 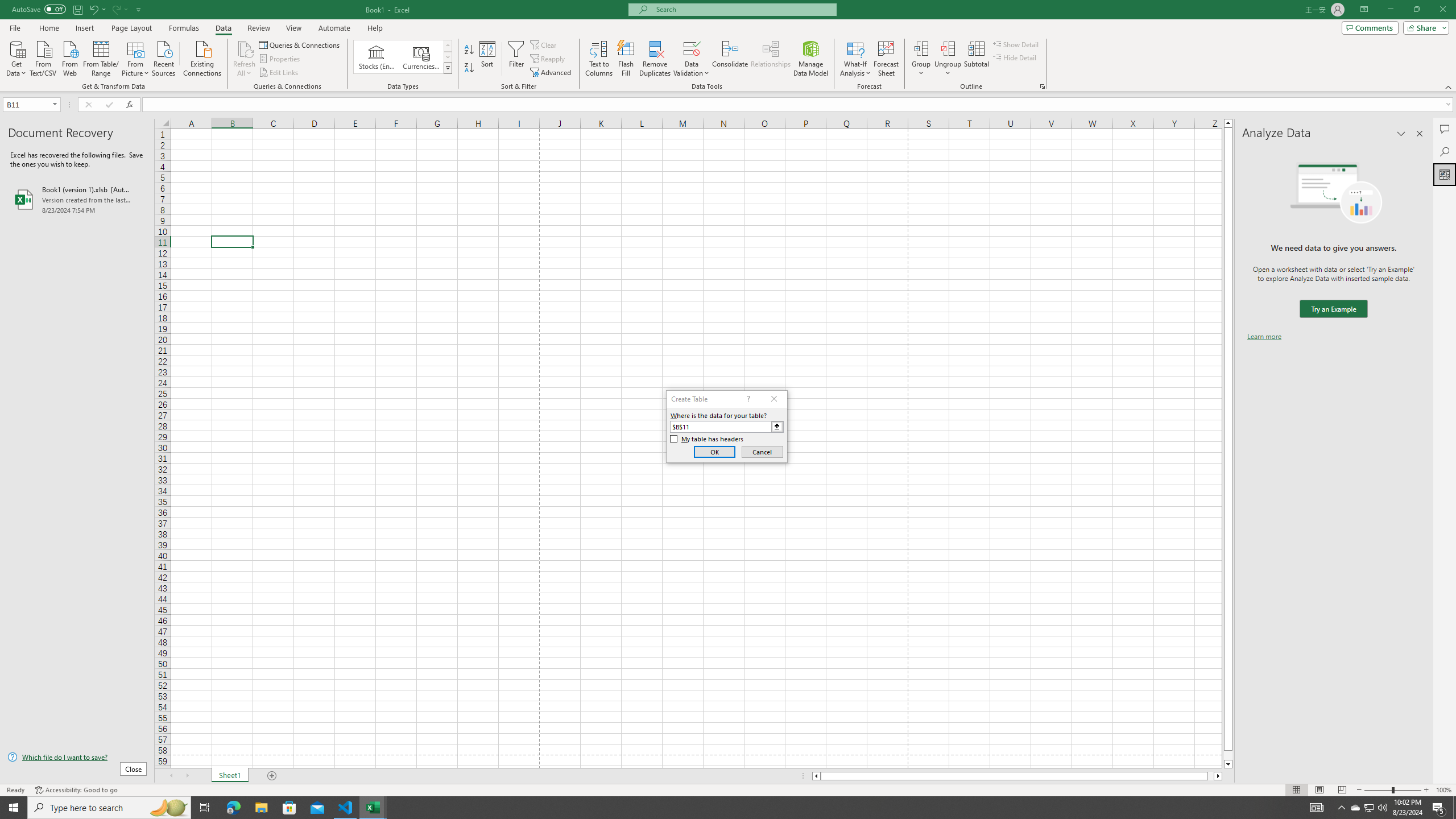 I want to click on 'Row Down', so click(x=448, y=56).